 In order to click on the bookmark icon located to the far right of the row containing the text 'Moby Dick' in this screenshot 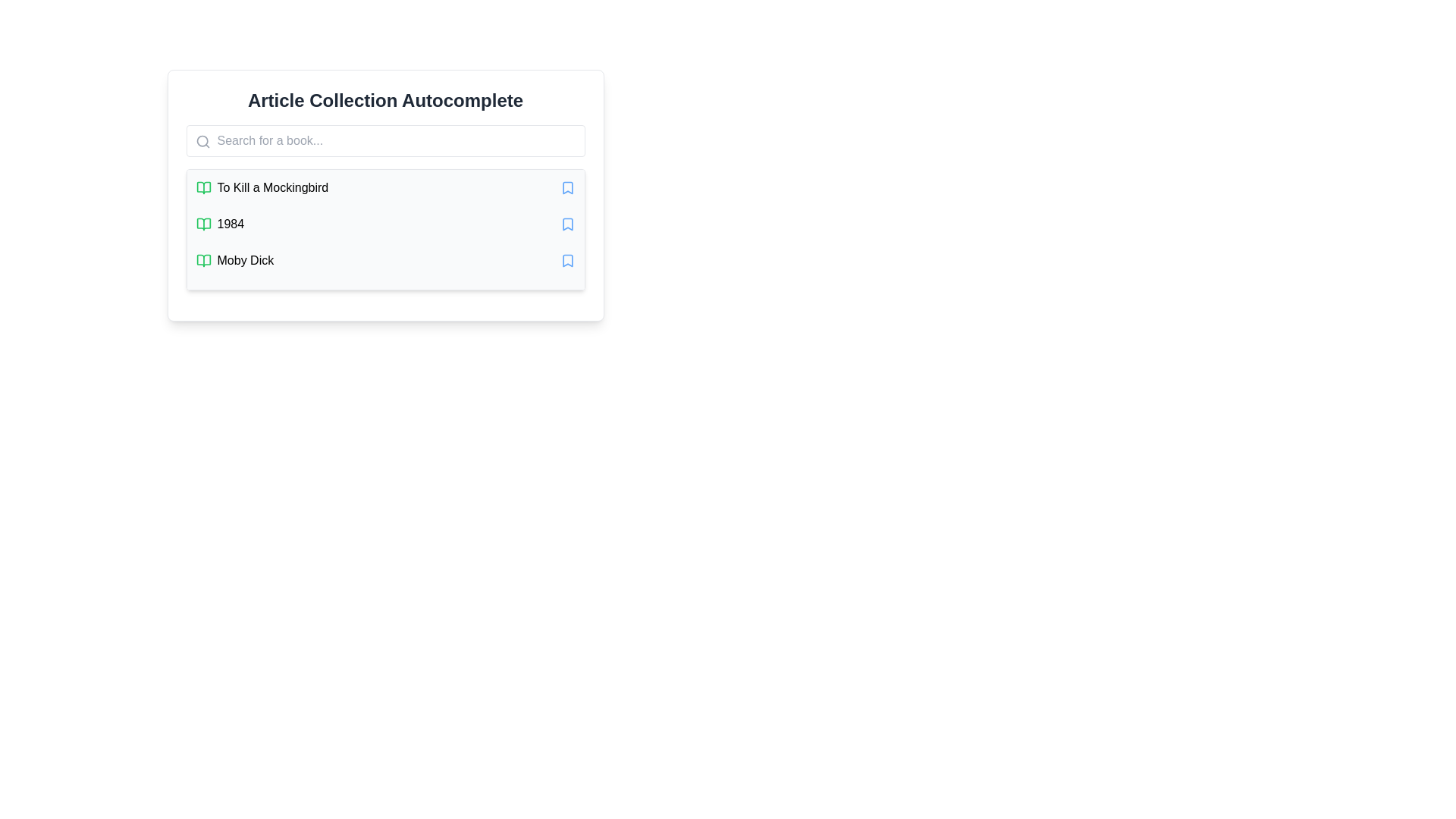, I will do `click(566, 259)`.